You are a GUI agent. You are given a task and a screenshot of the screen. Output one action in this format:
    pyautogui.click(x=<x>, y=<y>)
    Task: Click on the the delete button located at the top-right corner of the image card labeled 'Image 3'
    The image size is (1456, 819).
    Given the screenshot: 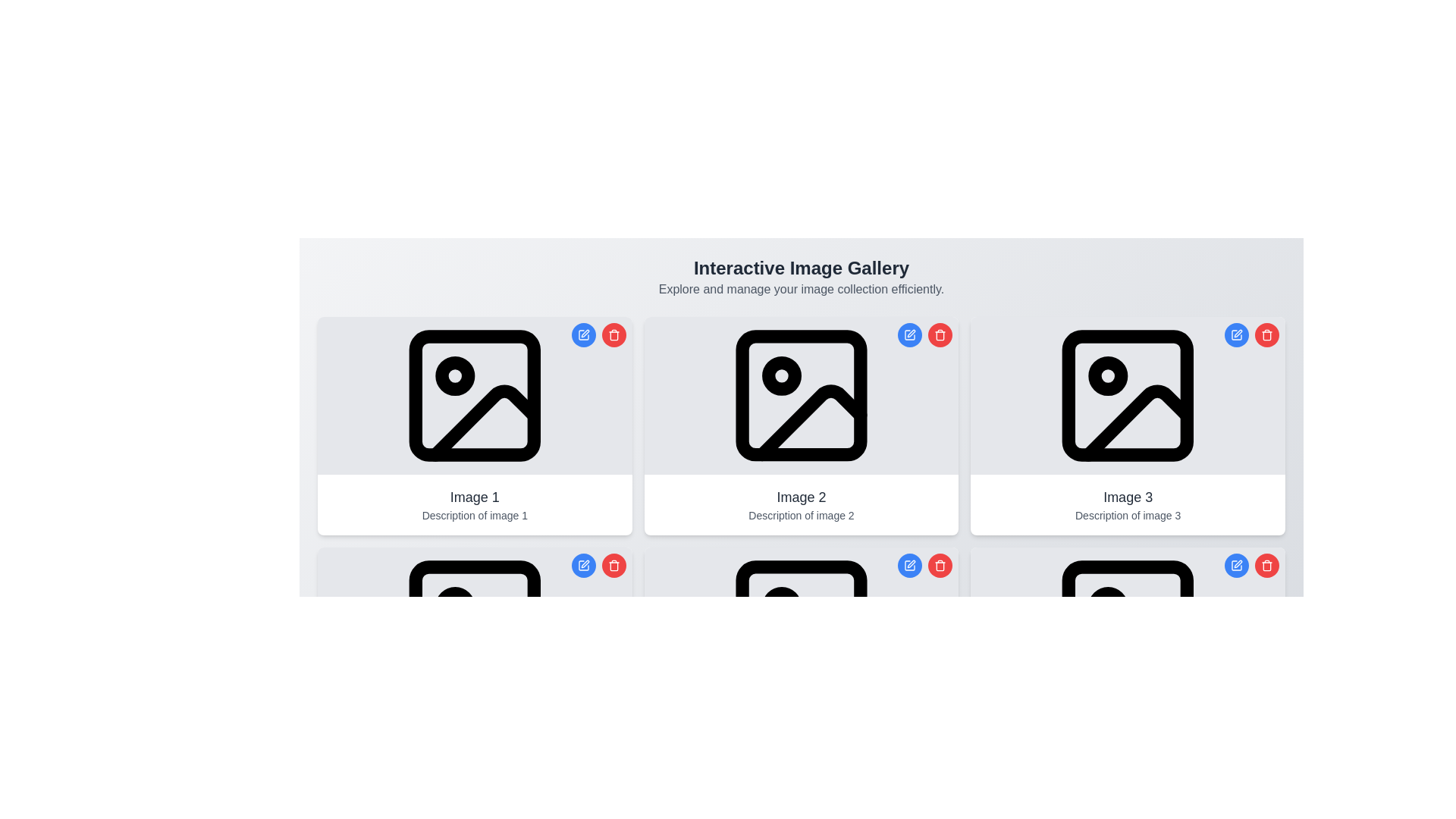 What is the action you would take?
    pyautogui.click(x=1266, y=565)
    